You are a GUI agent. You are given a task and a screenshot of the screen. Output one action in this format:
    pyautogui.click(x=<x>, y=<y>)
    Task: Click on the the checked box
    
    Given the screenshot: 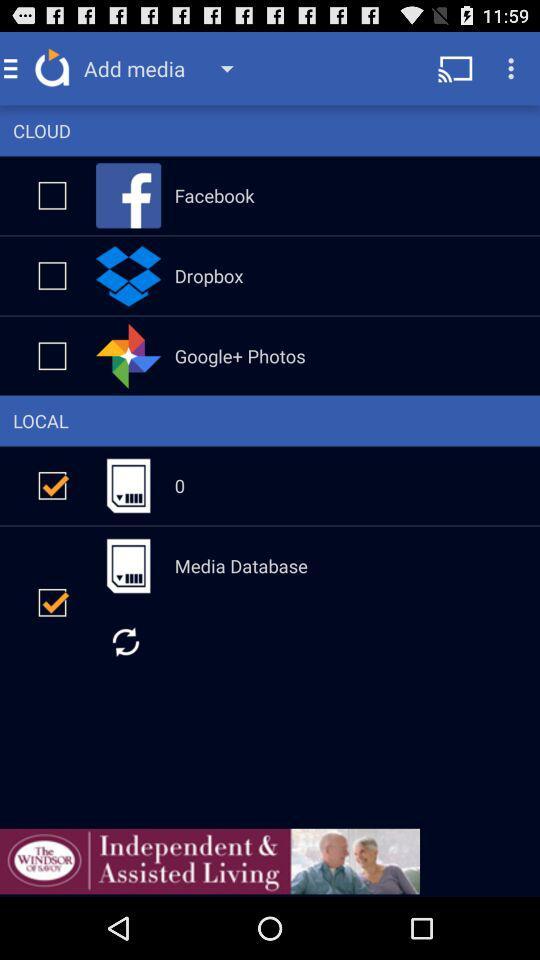 What is the action you would take?
    pyautogui.click(x=52, y=484)
    